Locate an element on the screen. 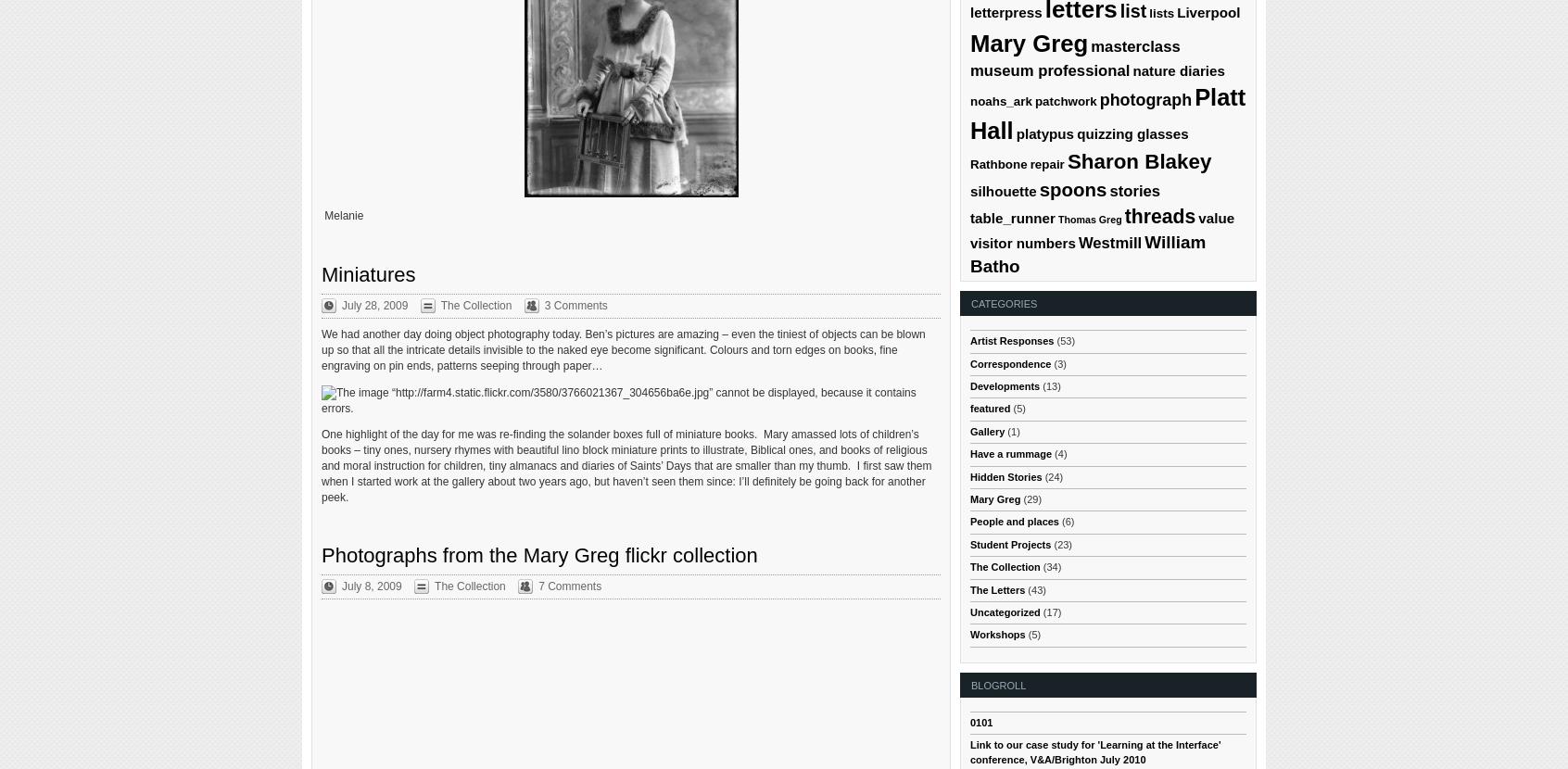 The height and width of the screenshot is (769, 1568). 'photograph' is located at coordinates (1145, 99).